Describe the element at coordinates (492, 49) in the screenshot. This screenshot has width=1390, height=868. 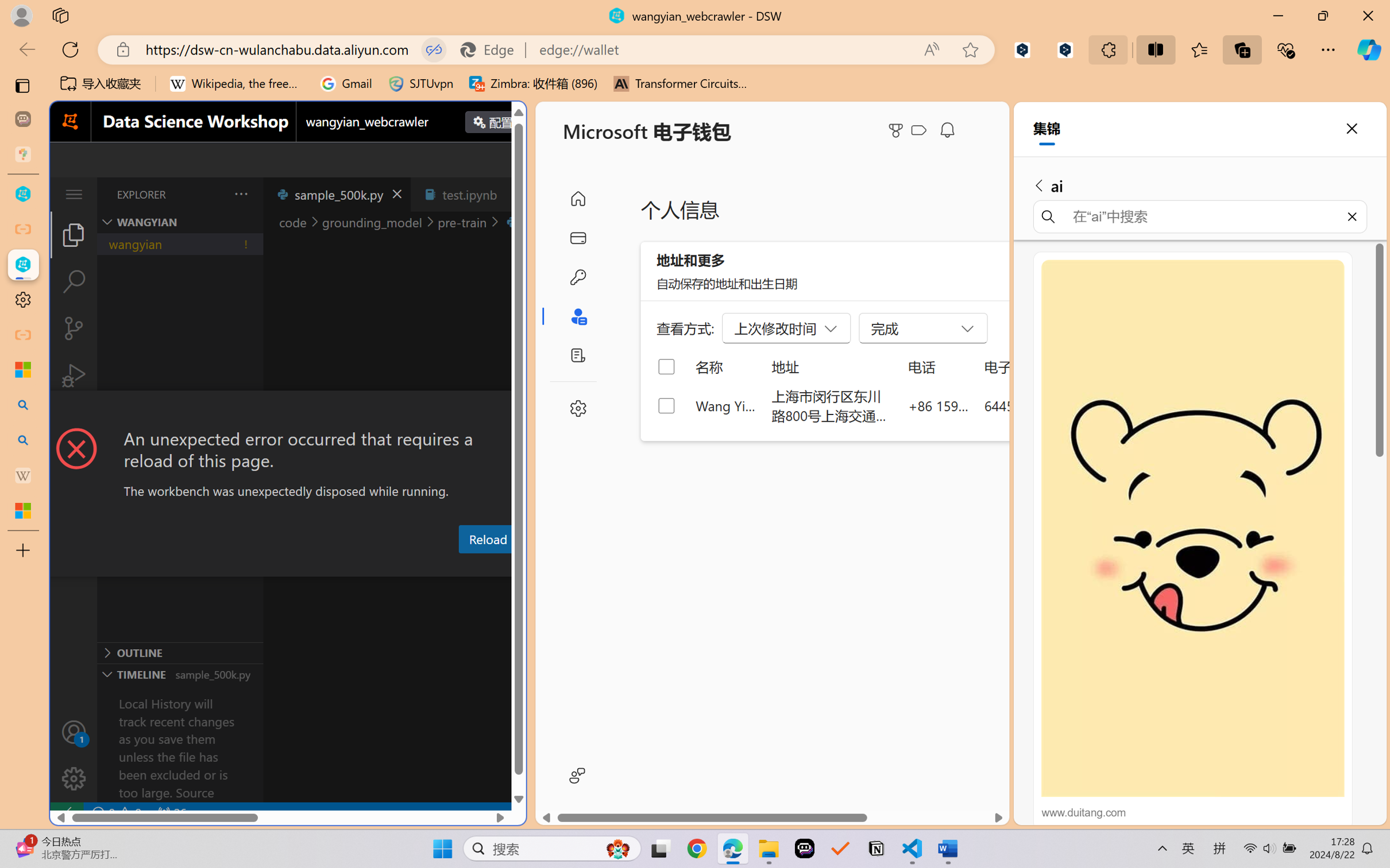
I see `'Edge'` at that location.